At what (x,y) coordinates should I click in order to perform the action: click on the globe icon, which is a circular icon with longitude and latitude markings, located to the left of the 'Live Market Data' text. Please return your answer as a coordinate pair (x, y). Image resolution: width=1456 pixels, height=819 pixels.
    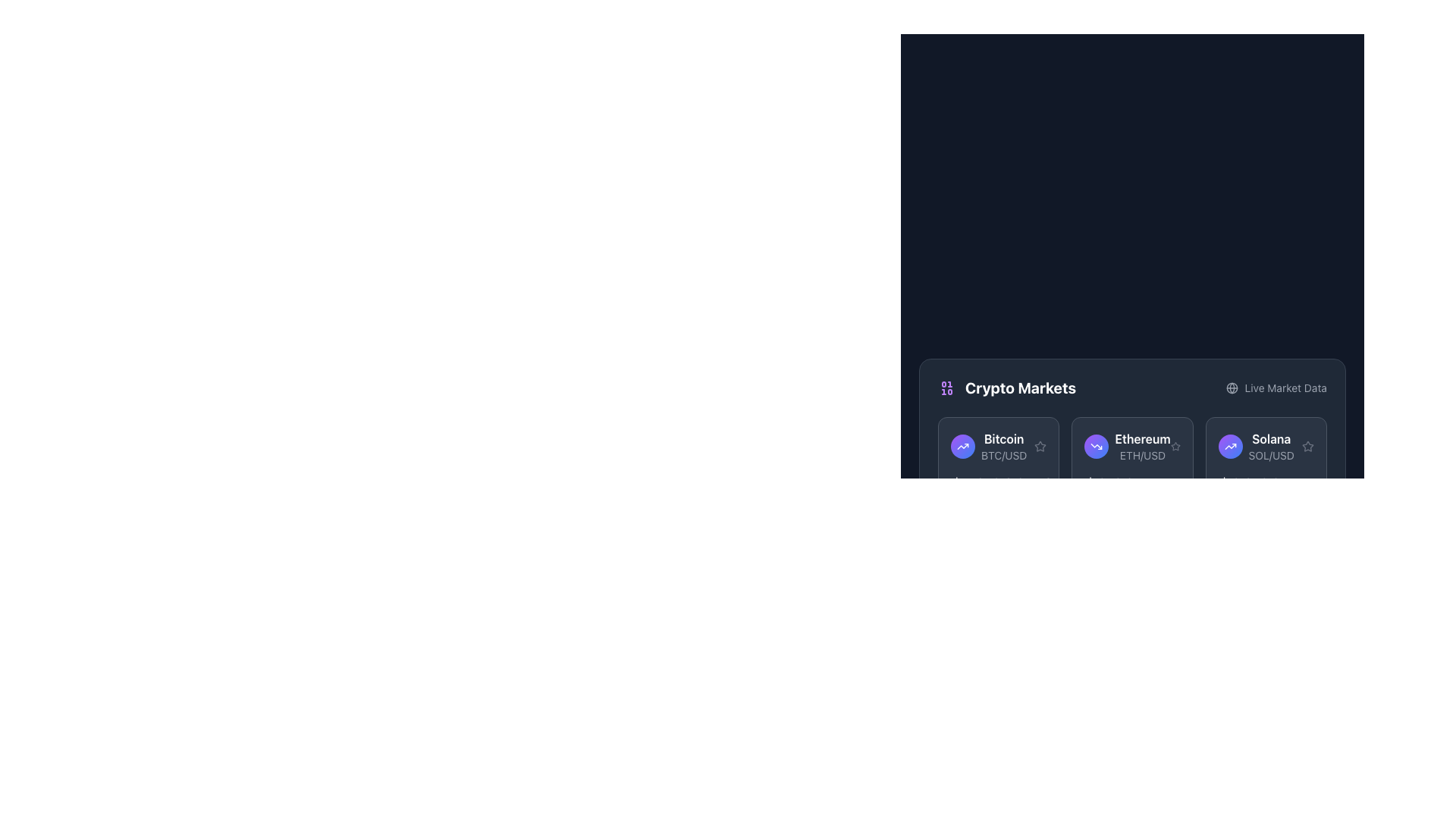
    Looking at the image, I should click on (1232, 388).